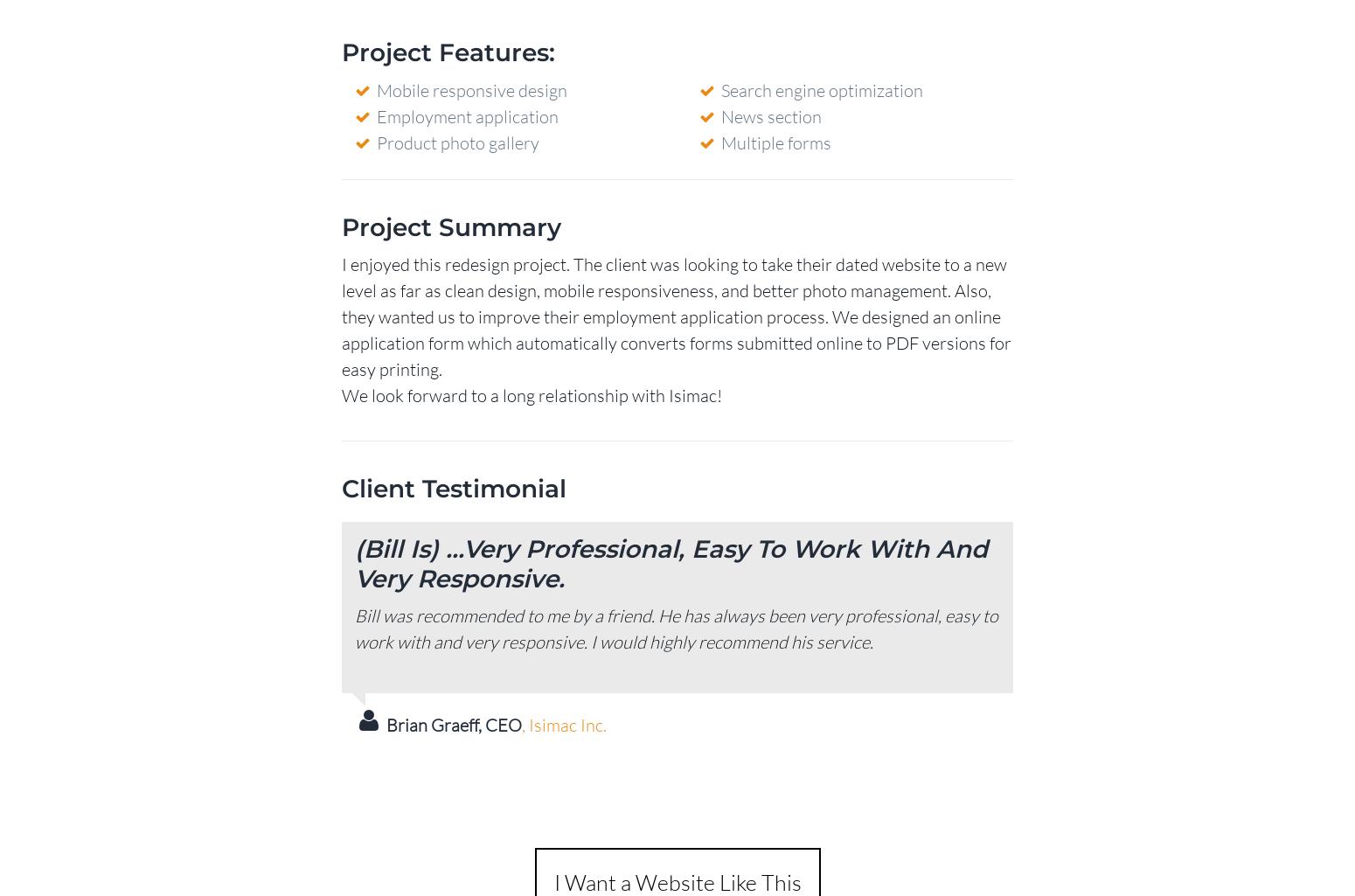  I want to click on 'We look forward to a long relationship with Isimac!', so click(532, 393).